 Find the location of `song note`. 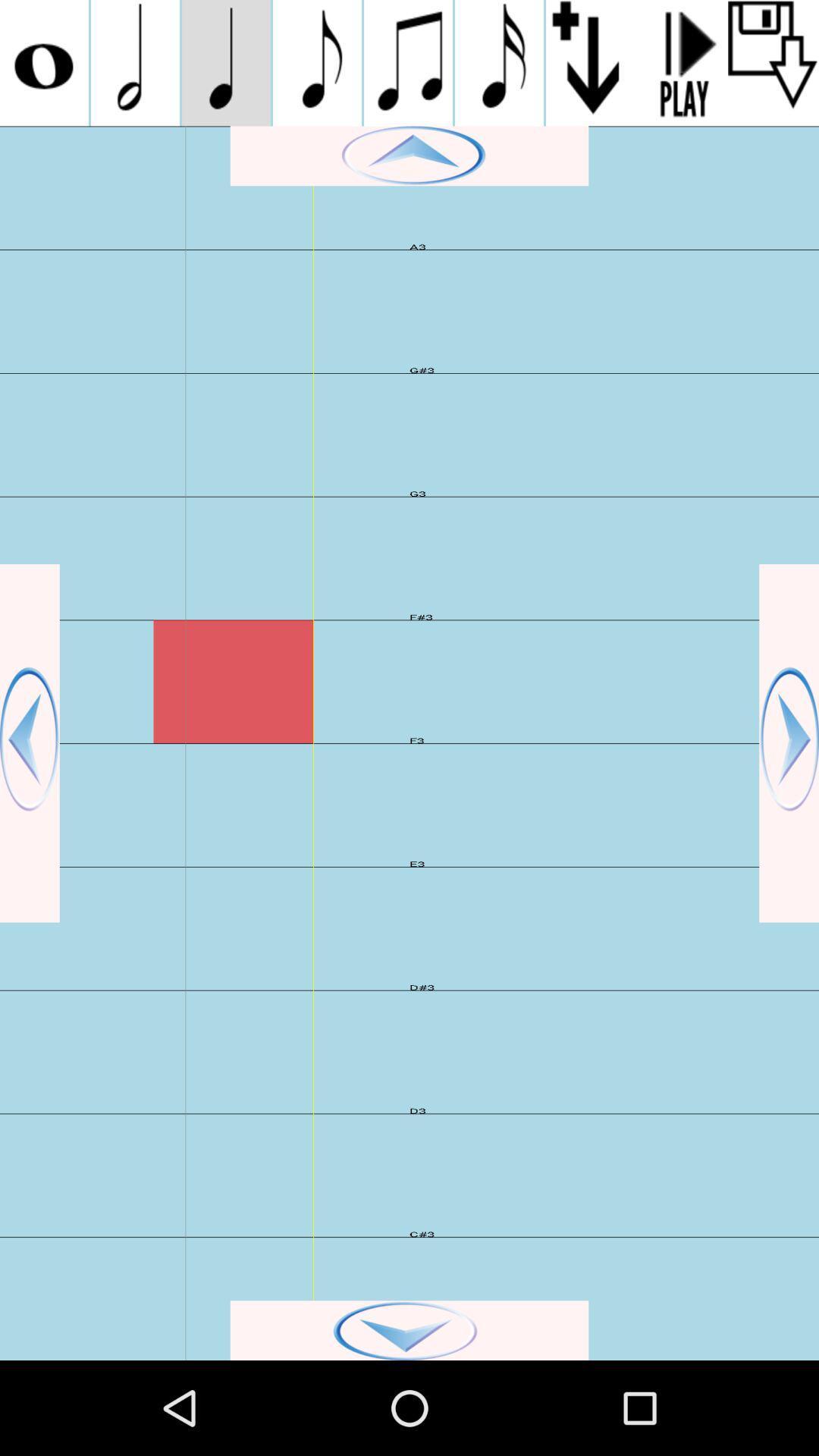

song note is located at coordinates (226, 62).